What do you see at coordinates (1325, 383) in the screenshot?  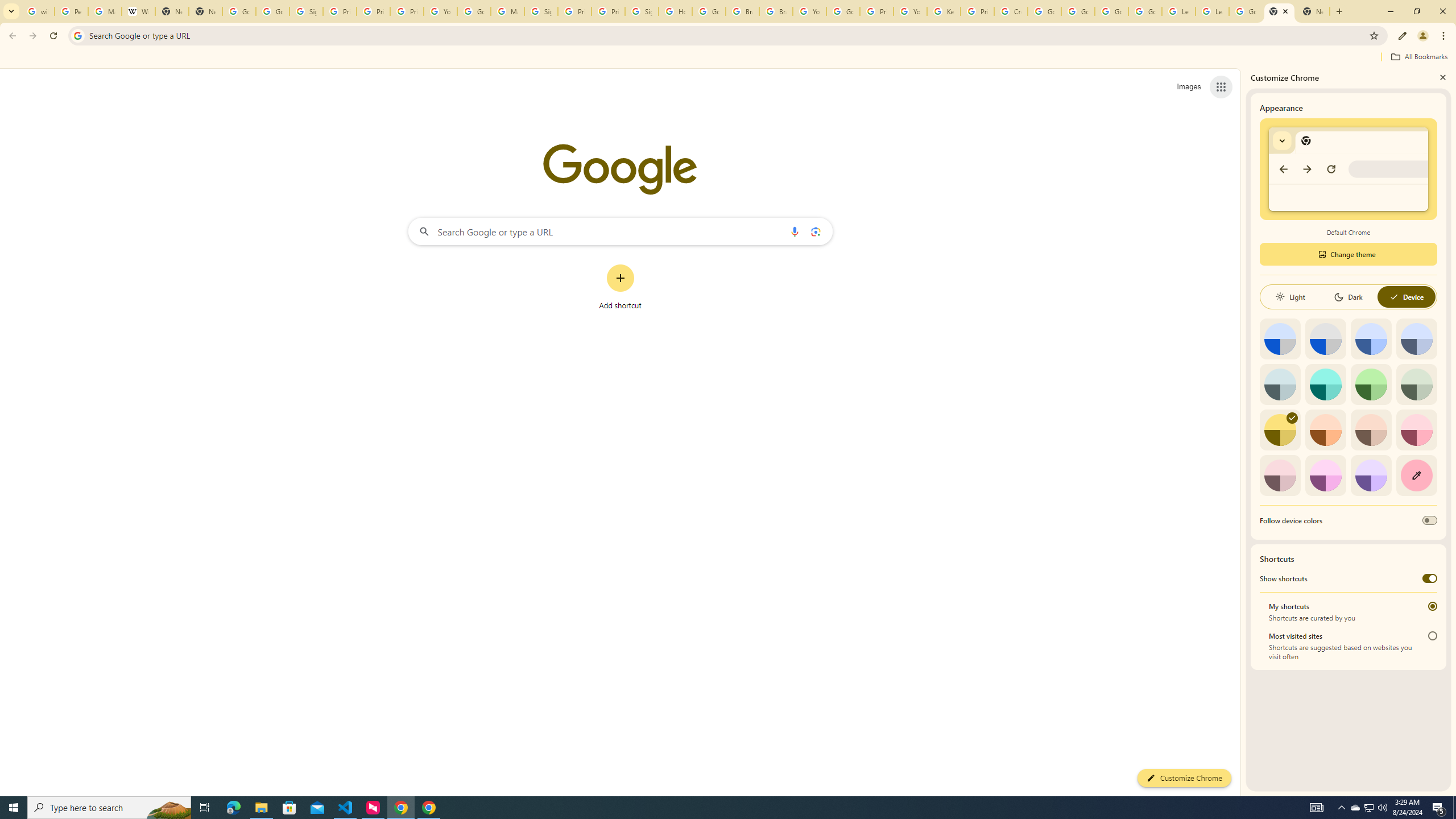 I see `'Aqua'` at bounding box center [1325, 383].